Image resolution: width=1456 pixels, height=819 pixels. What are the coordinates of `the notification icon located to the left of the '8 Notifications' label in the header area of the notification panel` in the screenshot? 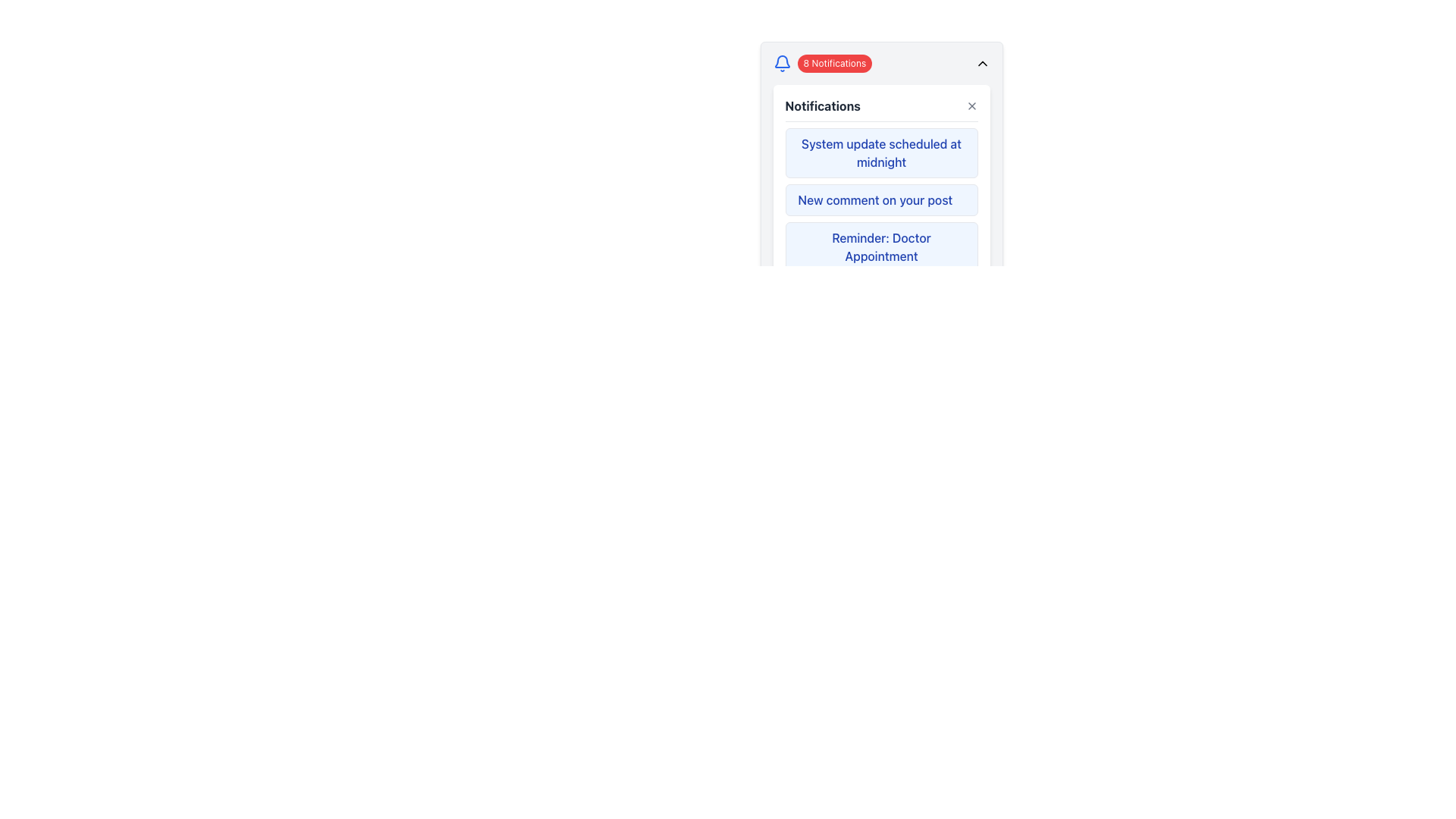 It's located at (782, 63).